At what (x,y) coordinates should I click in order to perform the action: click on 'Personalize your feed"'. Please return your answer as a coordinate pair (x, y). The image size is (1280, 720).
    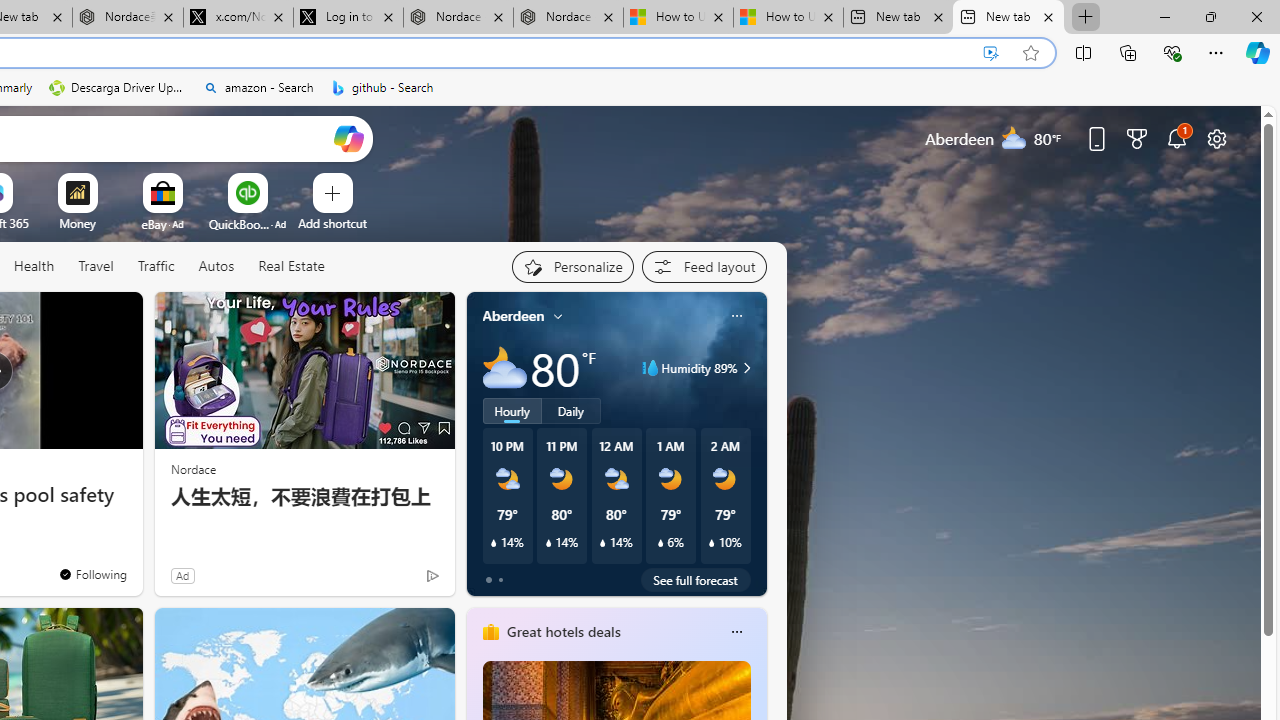
    Looking at the image, I should click on (571, 266).